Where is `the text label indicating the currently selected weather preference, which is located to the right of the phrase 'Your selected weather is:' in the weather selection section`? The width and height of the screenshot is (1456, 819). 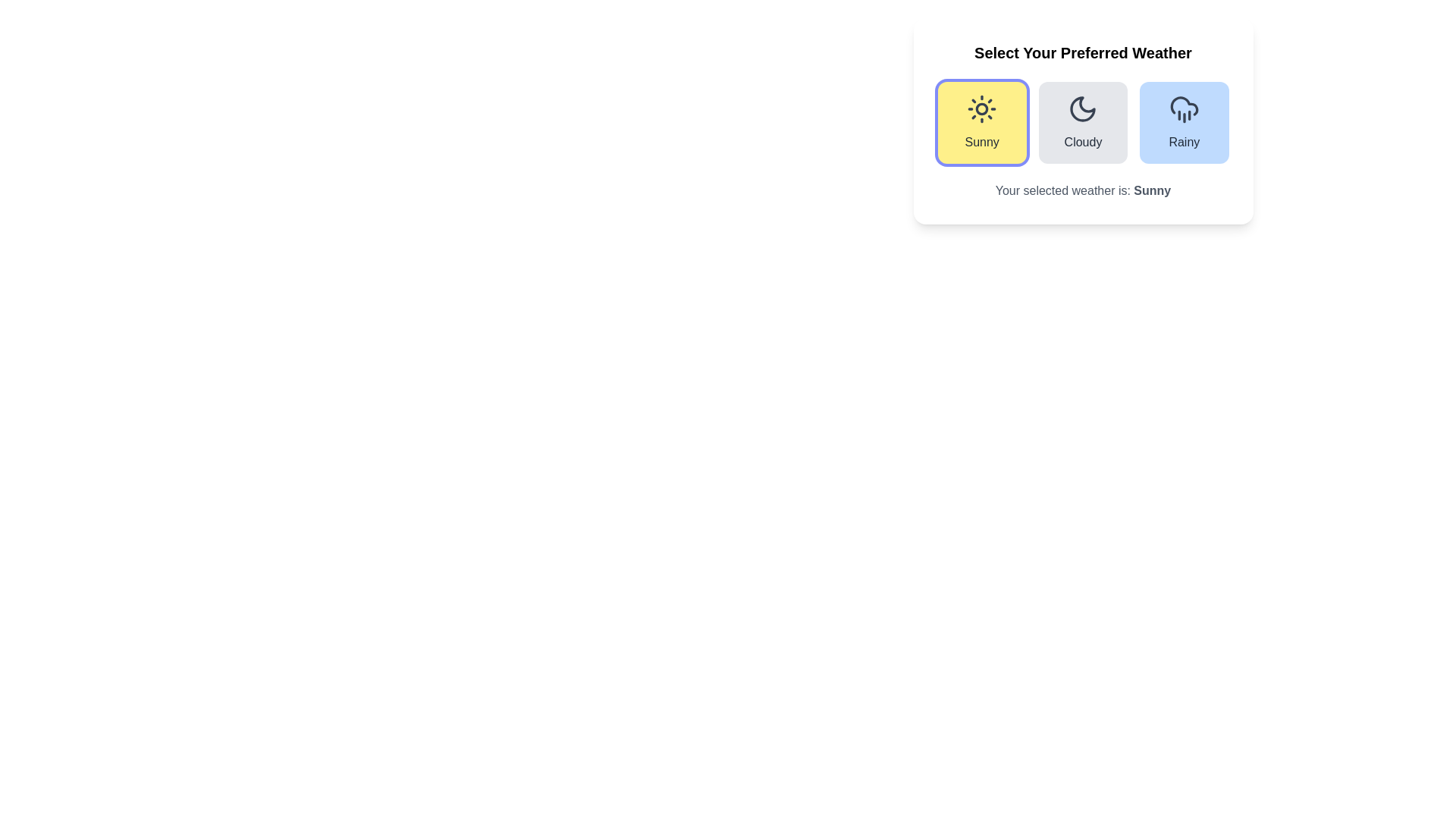
the text label indicating the currently selected weather preference, which is located to the right of the phrase 'Your selected weather is:' in the weather selection section is located at coordinates (1152, 190).